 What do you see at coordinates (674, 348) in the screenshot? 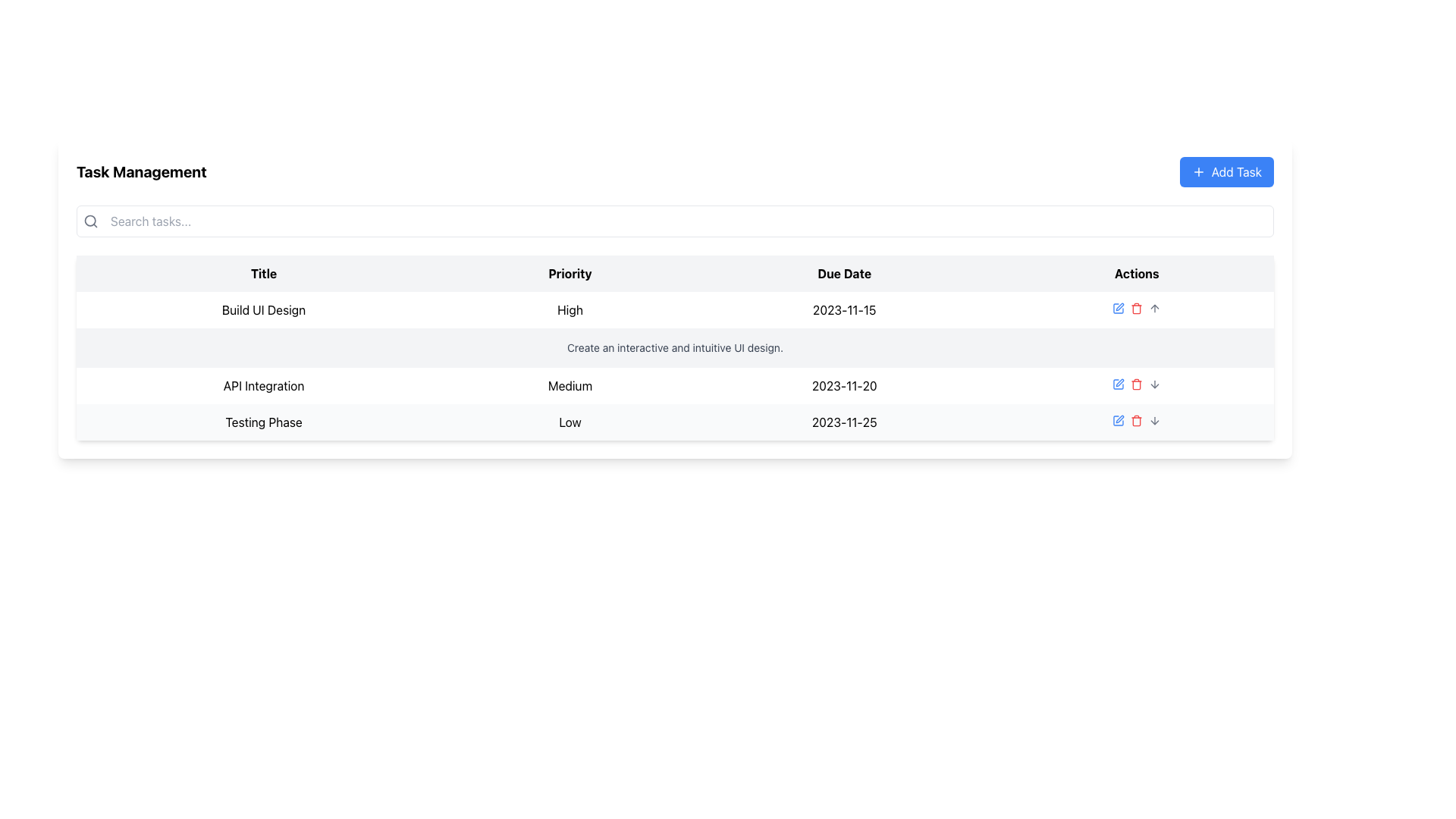
I see `the static text element located in the 'Details' column of the second row under the 'Tasks' section, which provides a description related to the 'Build UI Design' task` at bounding box center [674, 348].